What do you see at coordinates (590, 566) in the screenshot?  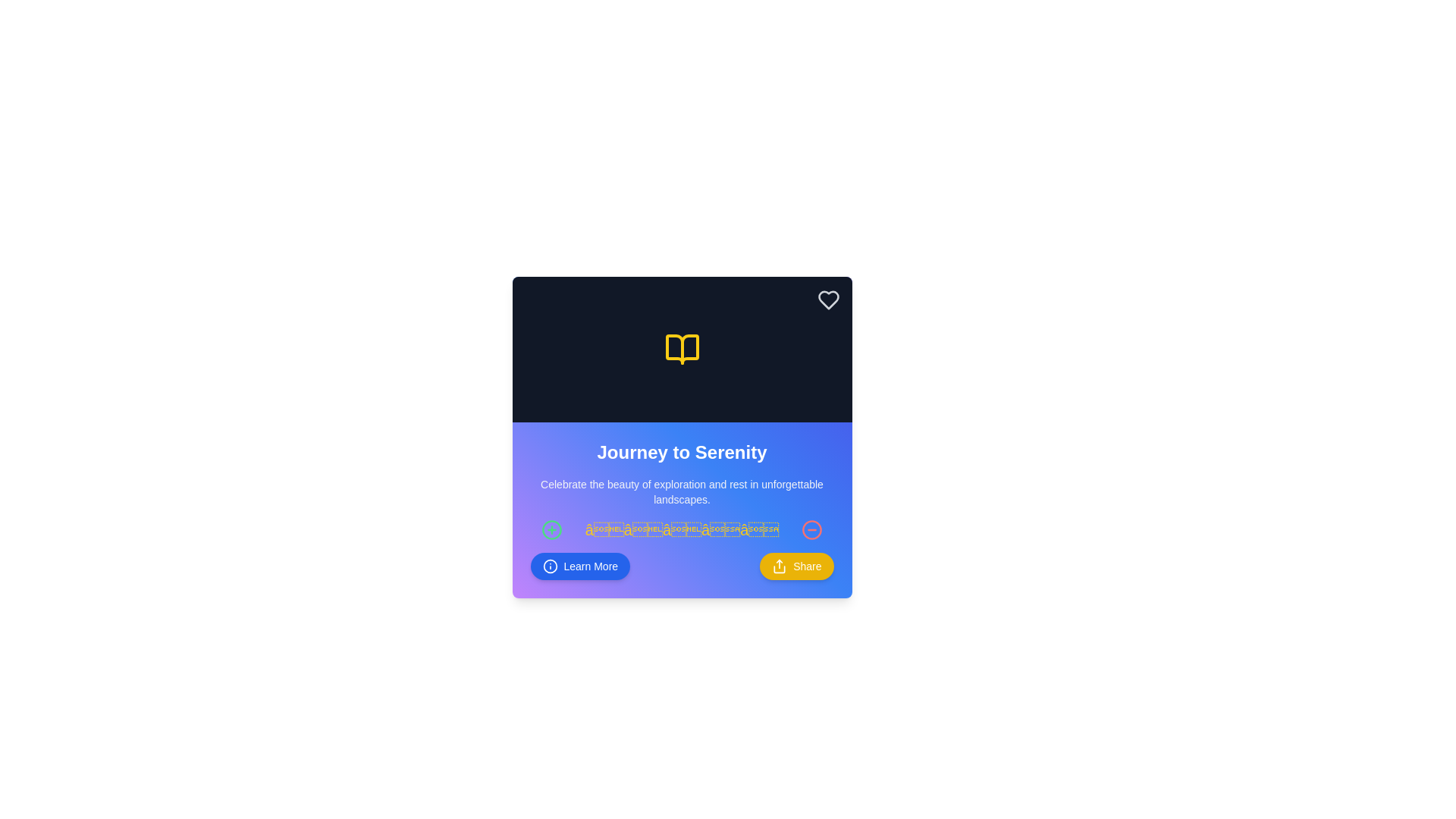 I see `the 'Learn More' button, which is a blue rounded-rectangle with white text and an icon on its left` at bounding box center [590, 566].